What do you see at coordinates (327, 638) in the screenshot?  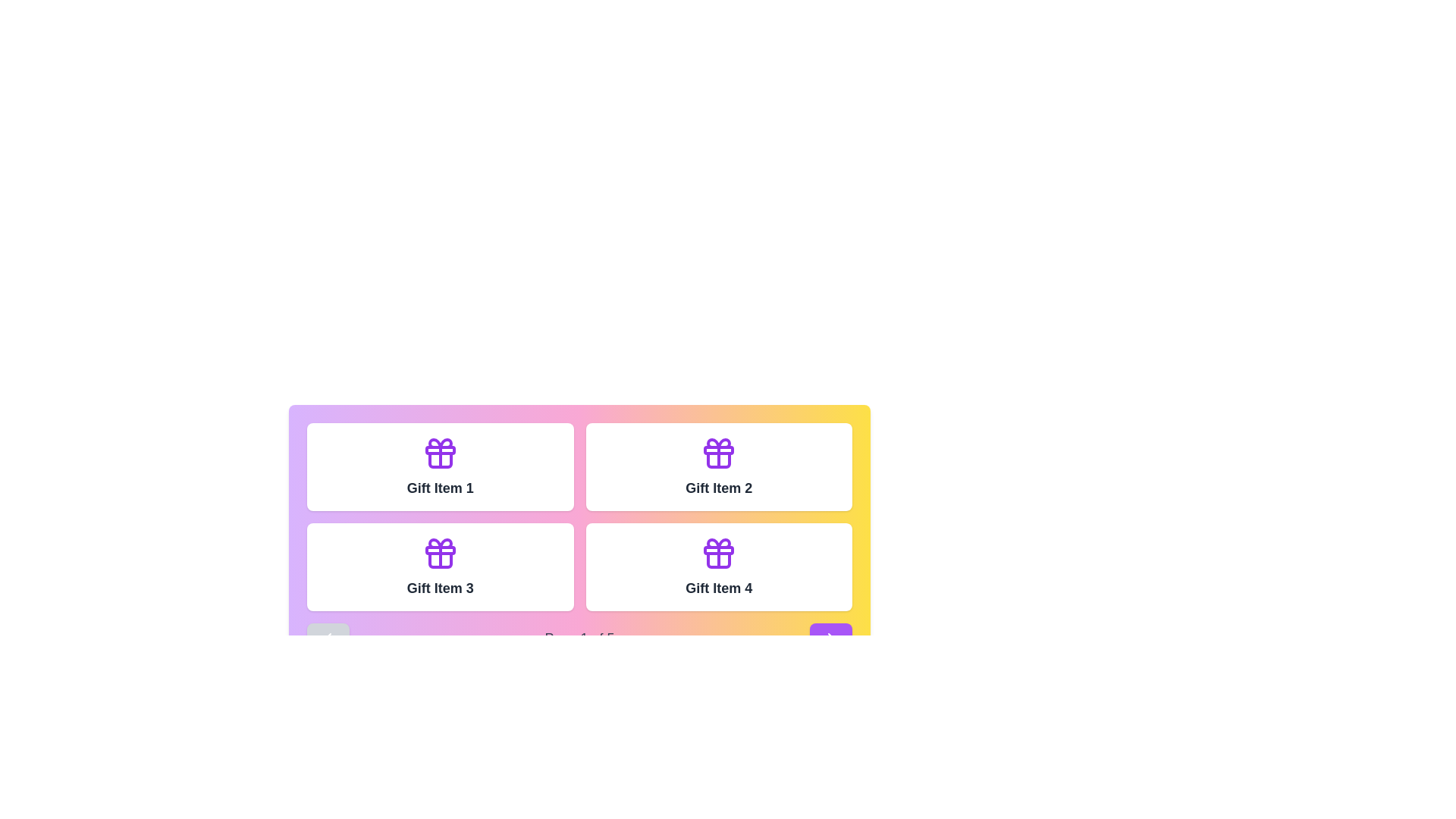 I see `the left-facing chevron arrow icon located inside a purple rectangular button with white text in the bottom left part of the interface` at bounding box center [327, 638].